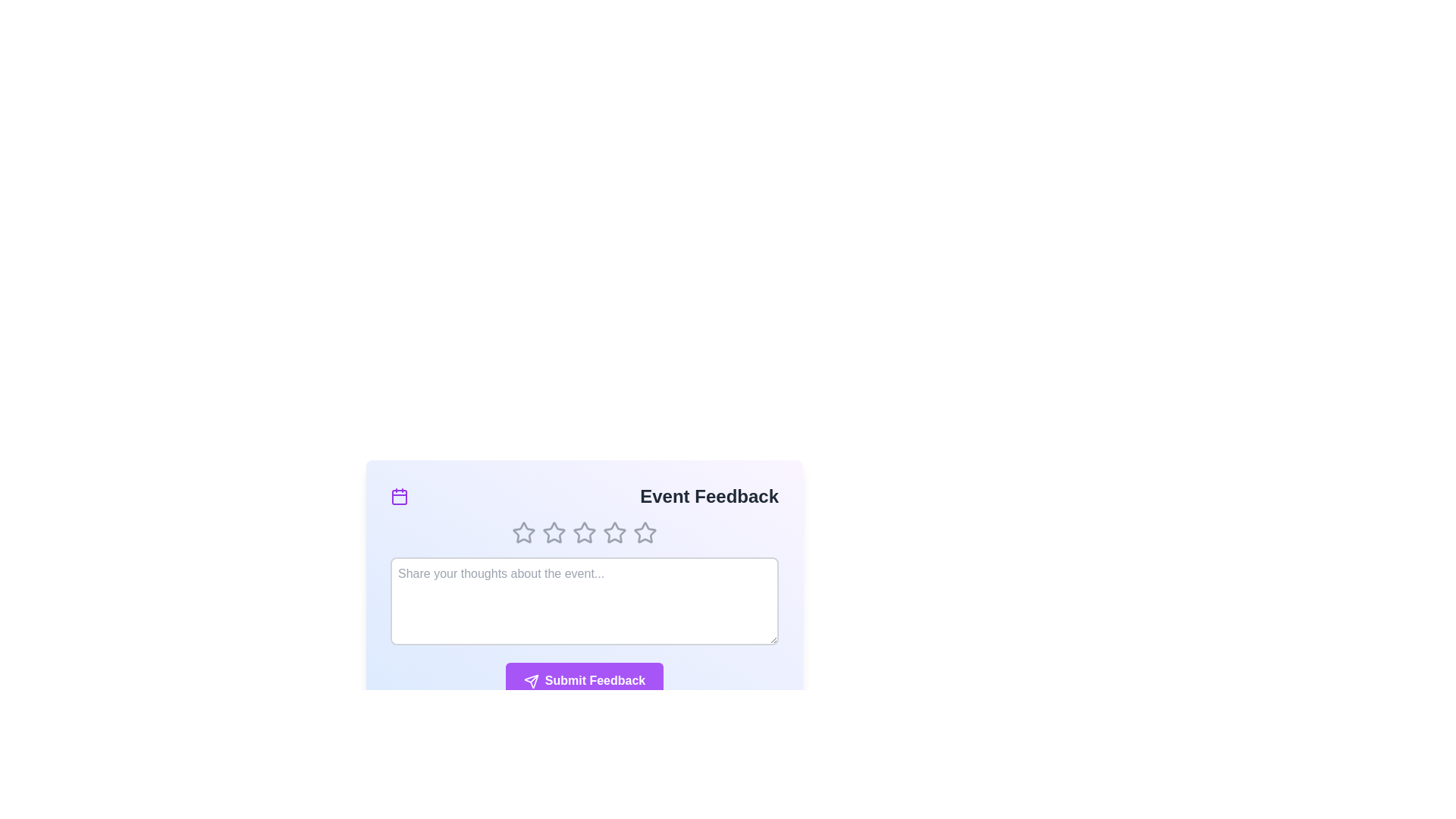  What do you see at coordinates (524, 532) in the screenshot?
I see `the first gray star icon in the rating section` at bounding box center [524, 532].